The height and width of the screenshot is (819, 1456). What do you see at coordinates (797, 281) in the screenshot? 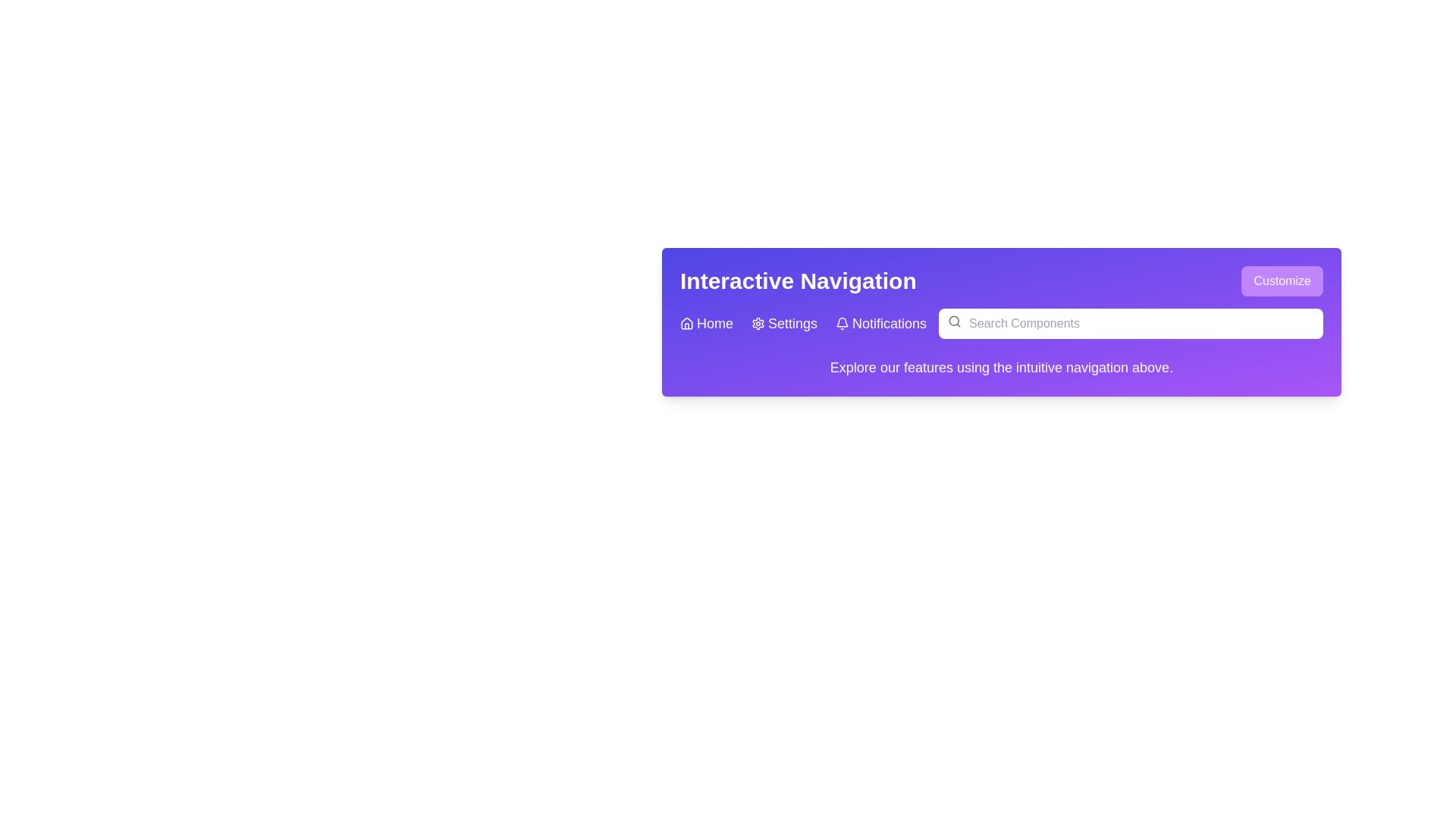
I see `the bold heading element displaying 'Interactive Navigation' with white text on a purple background` at bounding box center [797, 281].